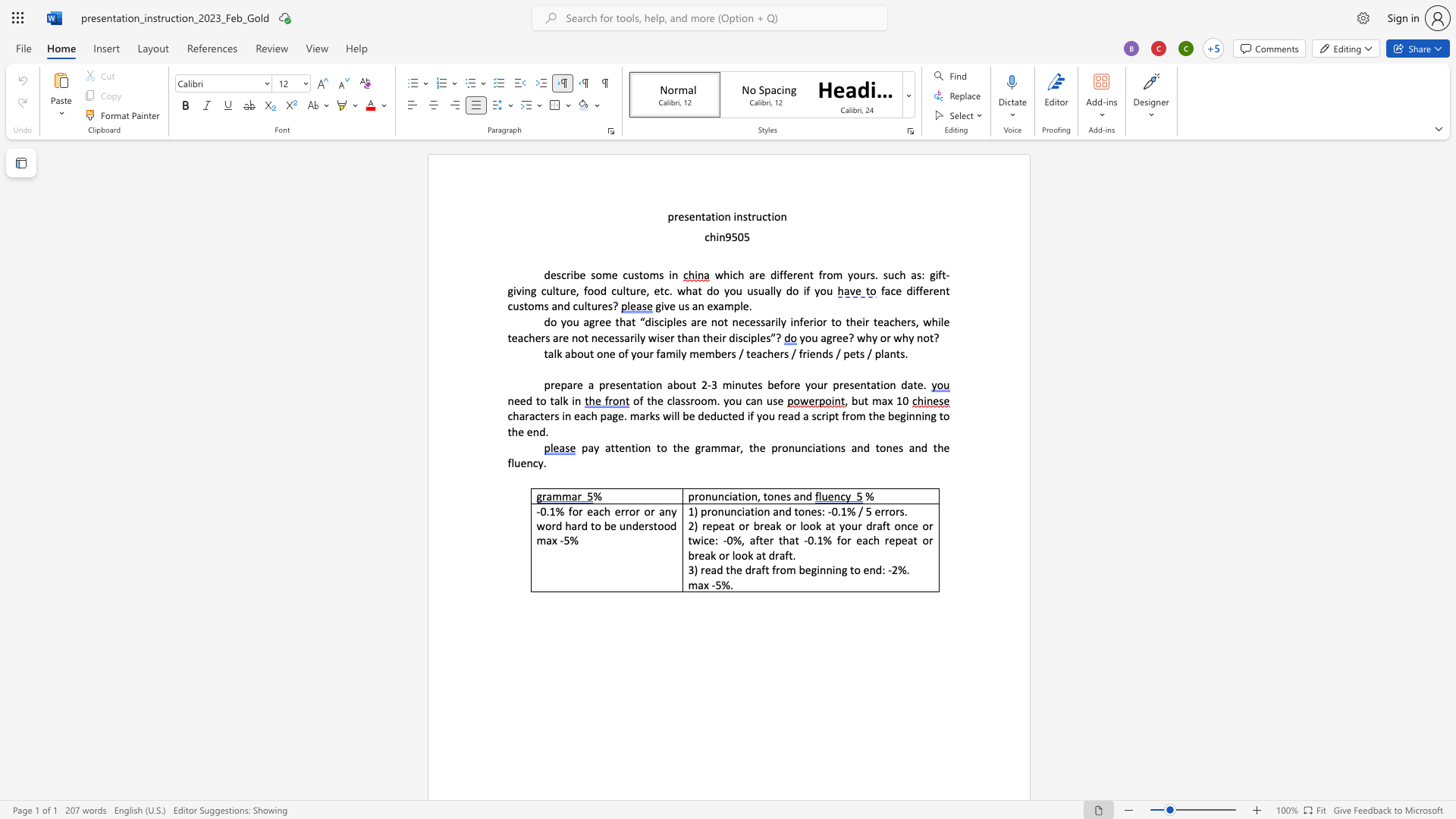 Image resolution: width=1456 pixels, height=819 pixels. Describe the element at coordinates (541, 400) in the screenshot. I see `the space between the continuous character "t" and "o" in the text` at that location.